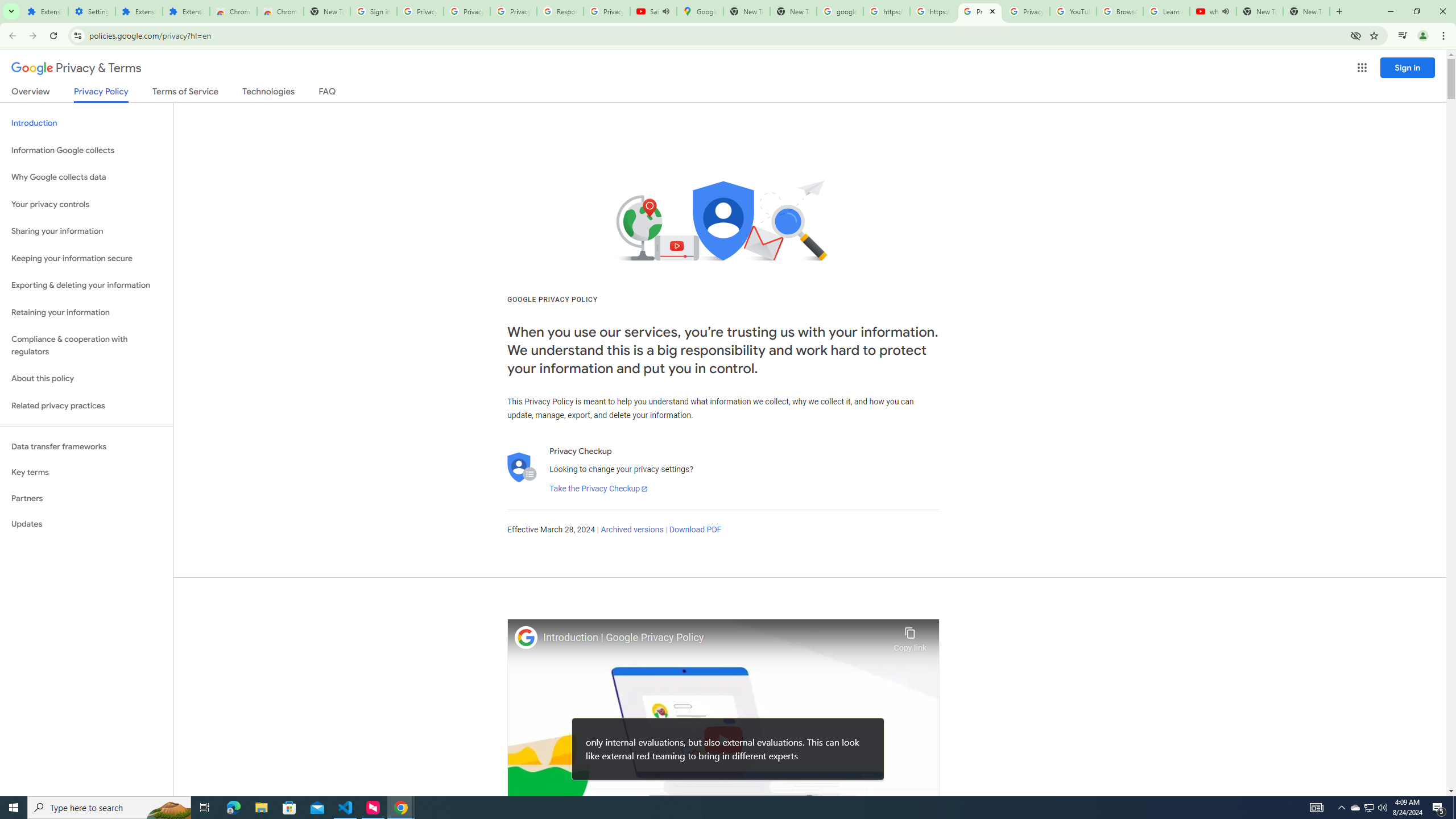 This screenshot has width=1456, height=819. I want to click on 'Copy link', so click(909, 636).